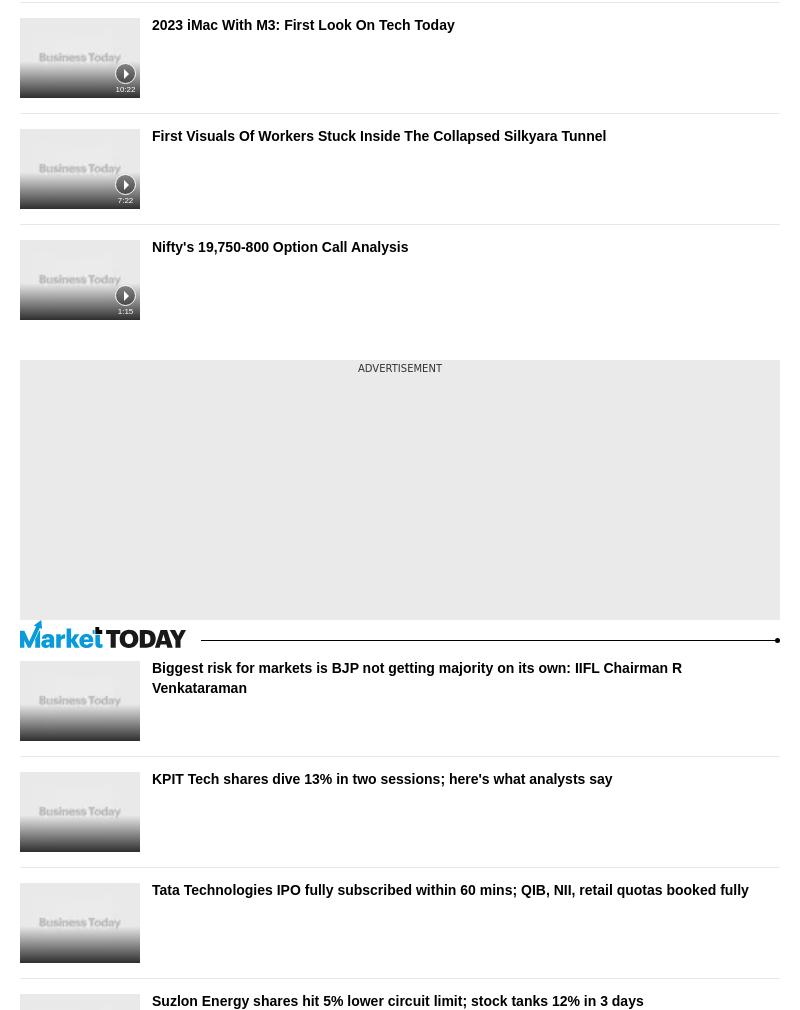  I want to click on '2023 iMac With M3: First Look On Tech Today', so click(302, 24).